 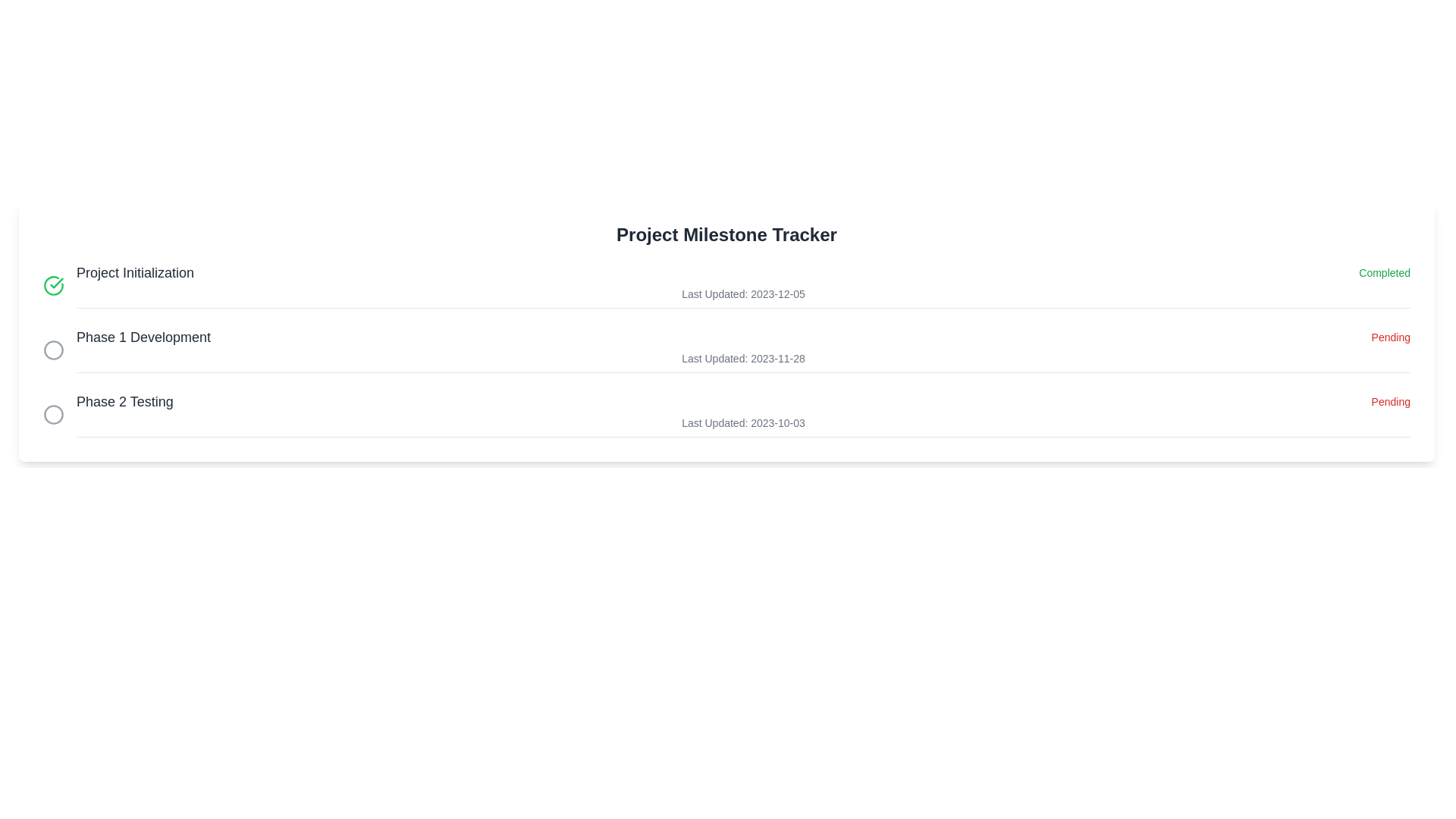 What do you see at coordinates (54, 414) in the screenshot?
I see `the circular icon indicator located to the left of the text 'Phase 2 Testing' in the third row` at bounding box center [54, 414].